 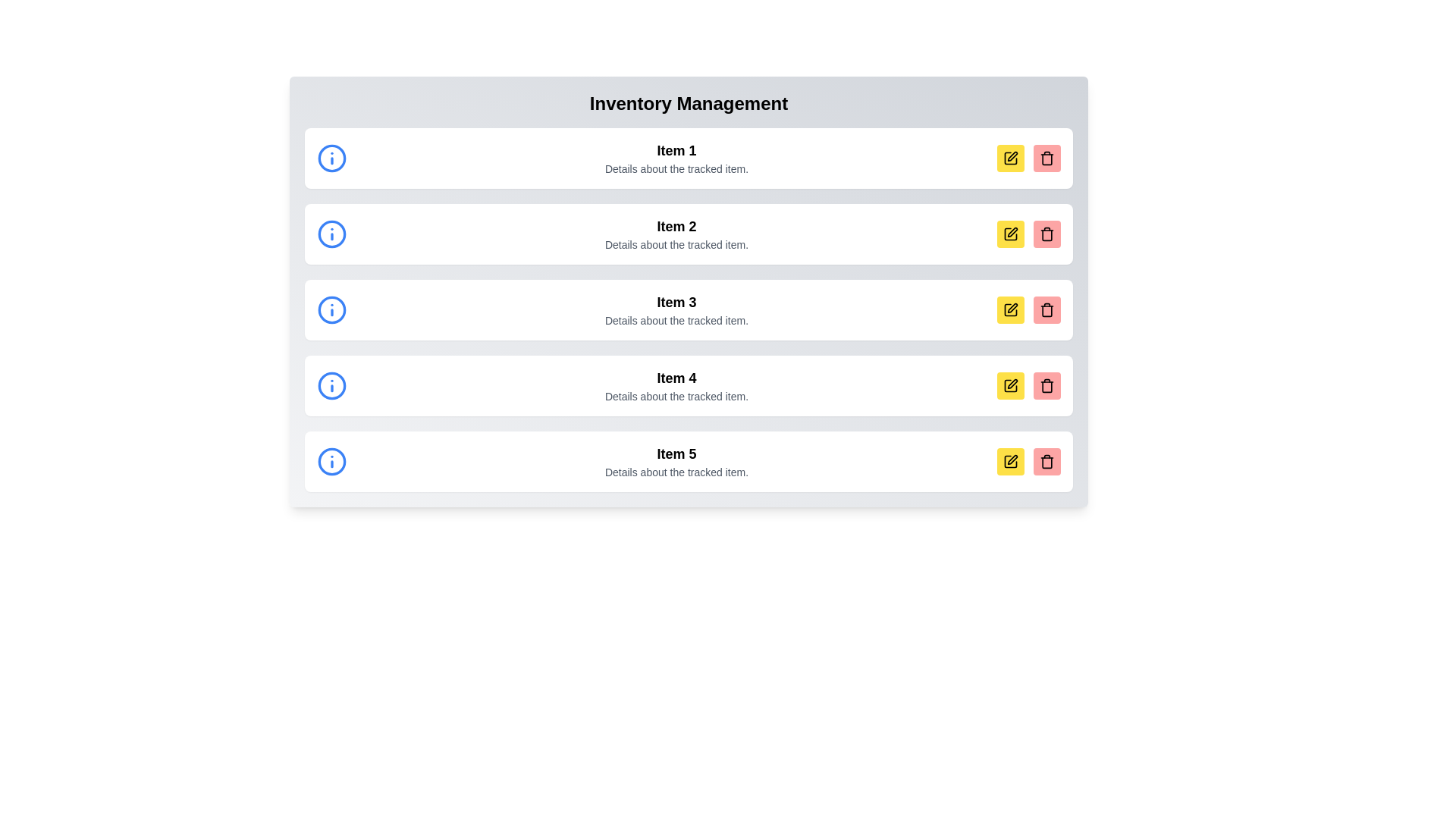 I want to click on the information icon represented by the SVG circle located to the left of 'Item 3', so click(x=331, y=309).